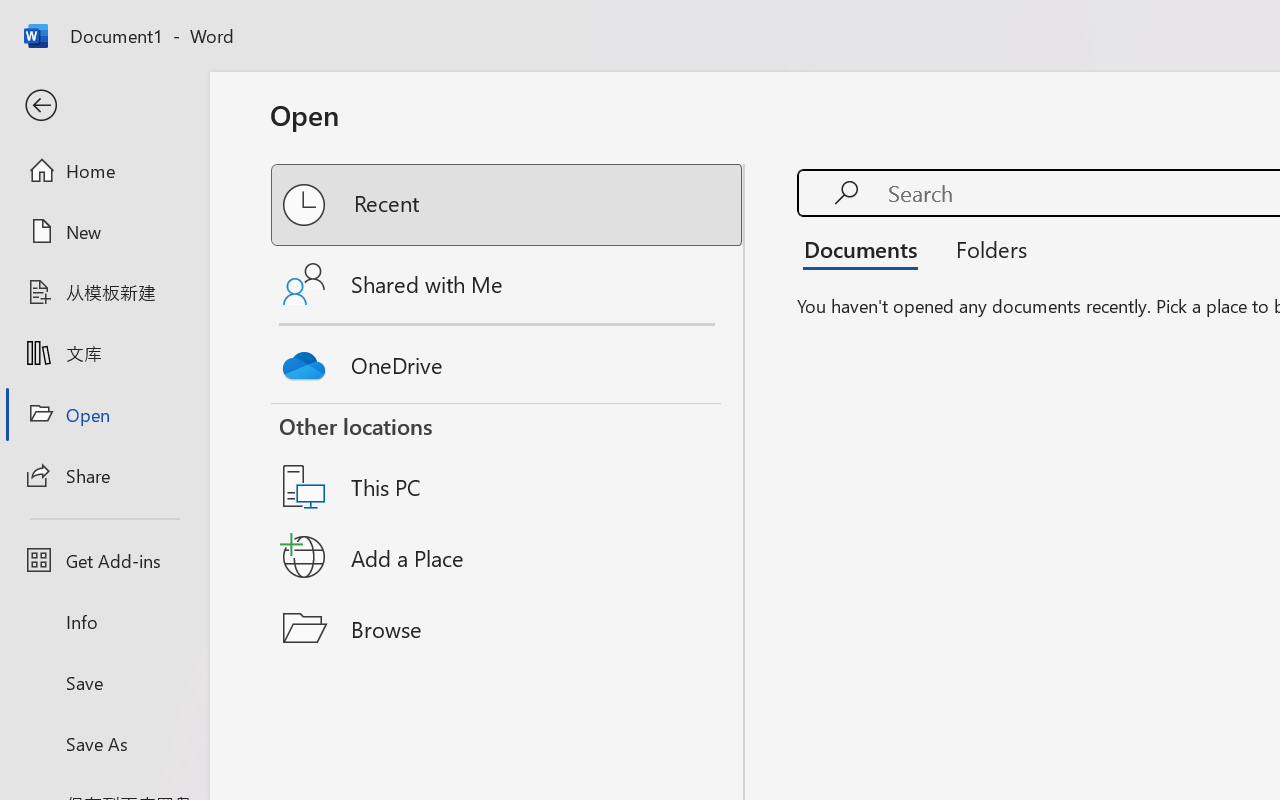 The image size is (1280, 800). Describe the element at coordinates (508, 360) in the screenshot. I see `'OneDrive'` at that location.